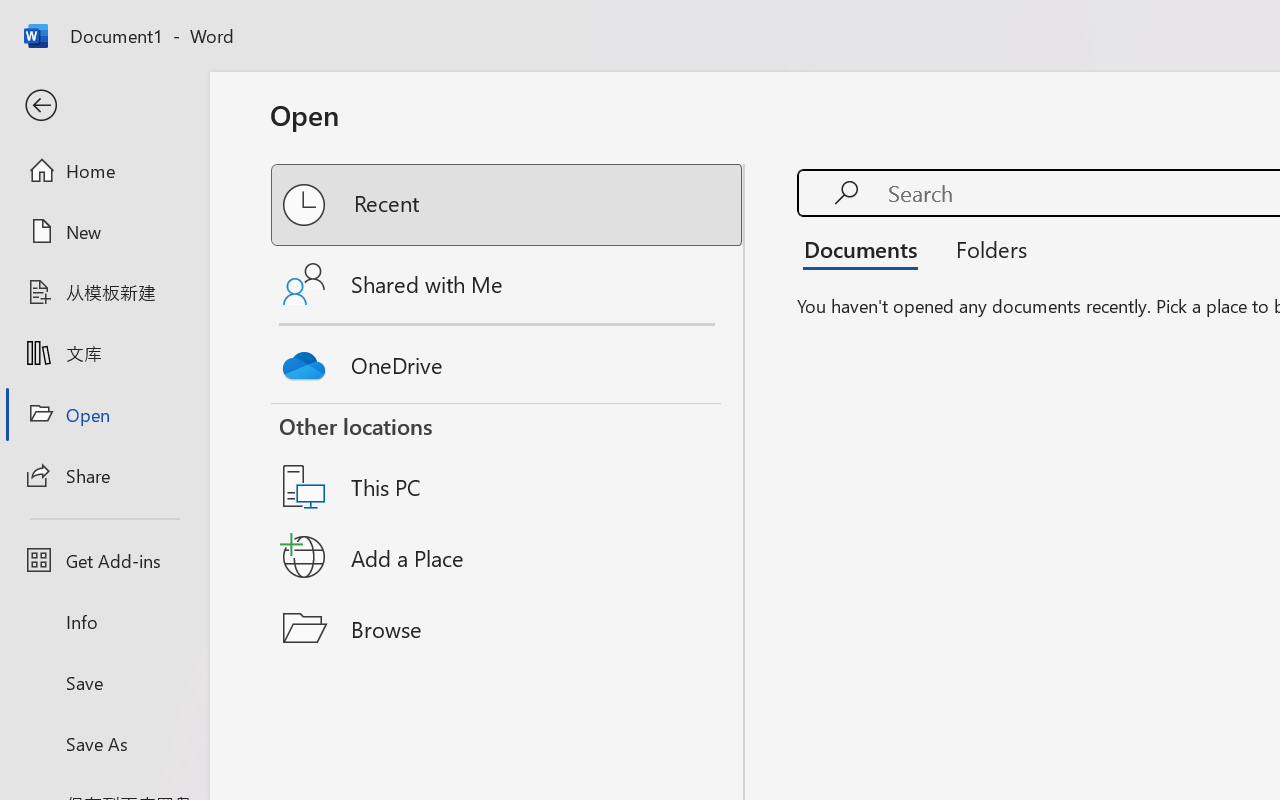 The image size is (1280, 800). Describe the element at coordinates (508, 360) in the screenshot. I see `'OneDrive'` at that location.